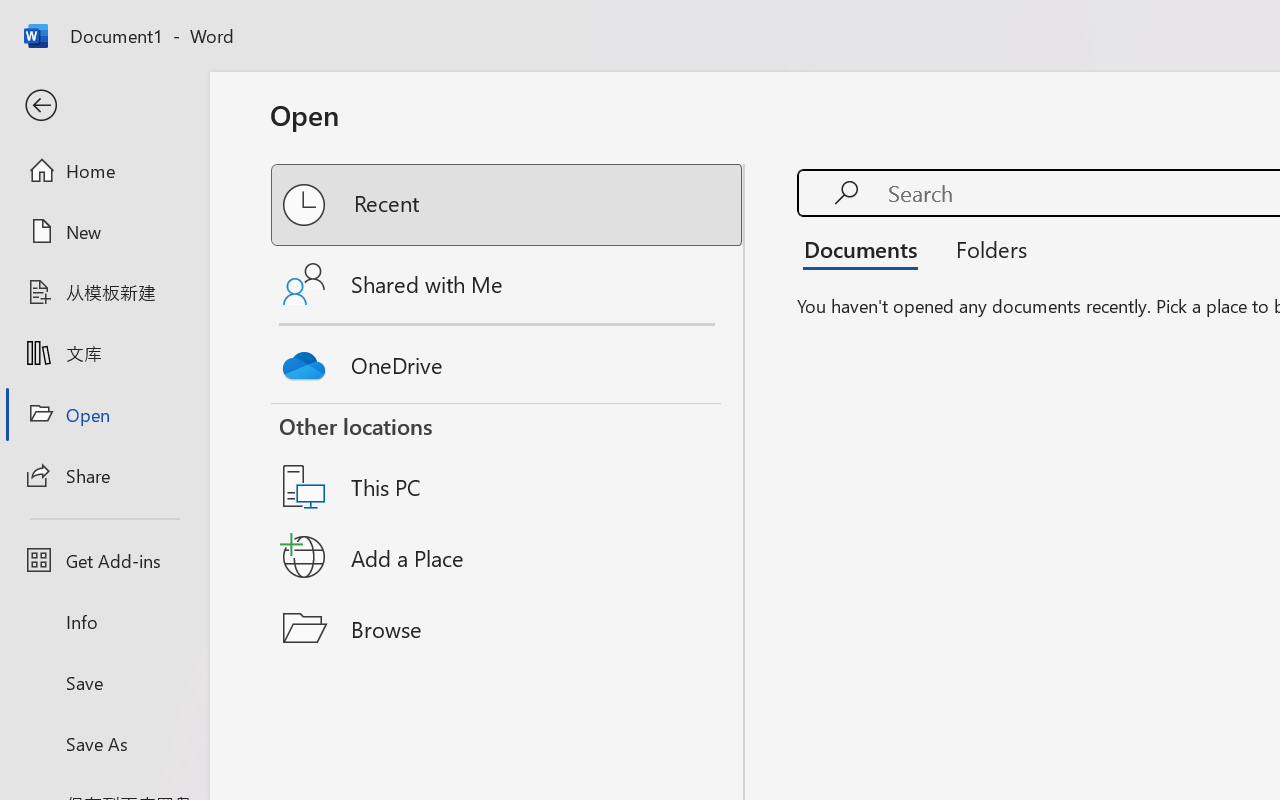 The image size is (1280, 800). Describe the element at coordinates (508, 360) in the screenshot. I see `'OneDrive'` at that location.